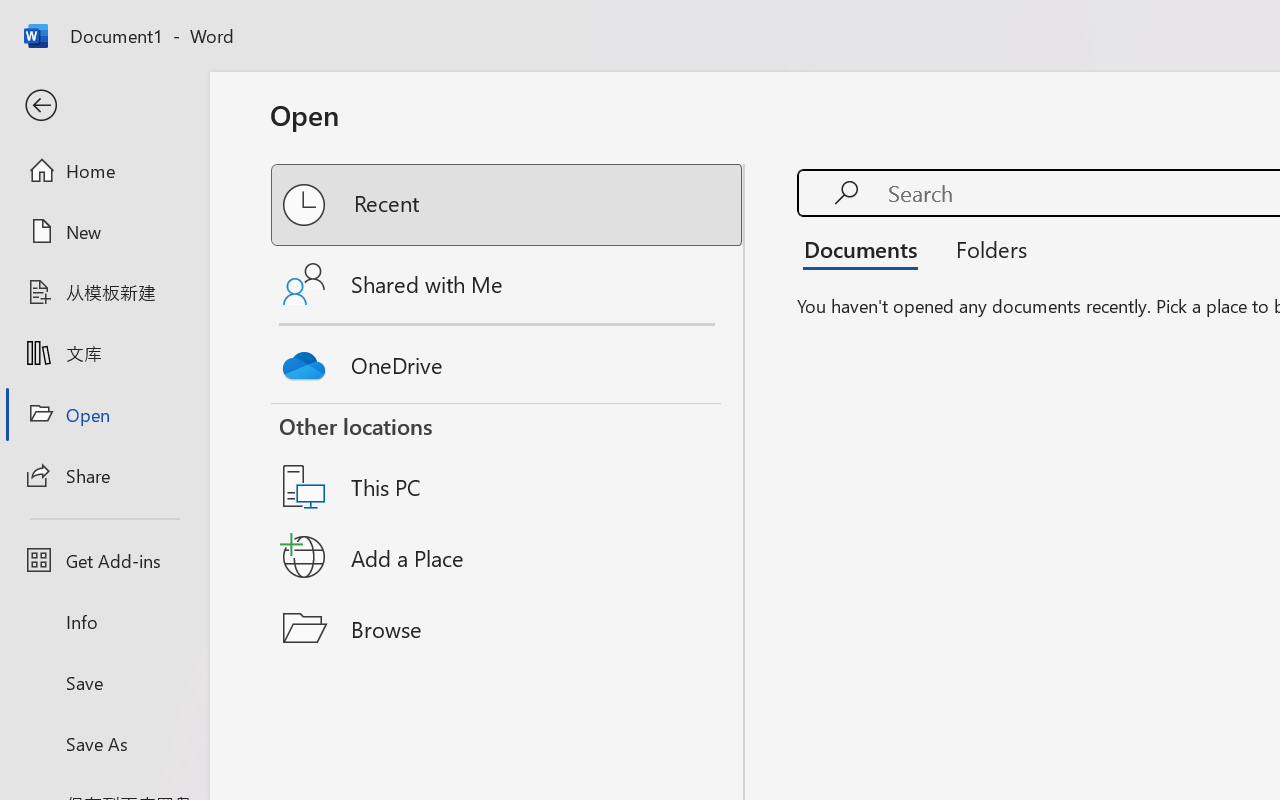 The image size is (1280, 800). Describe the element at coordinates (508, 360) in the screenshot. I see `'OneDrive'` at that location.